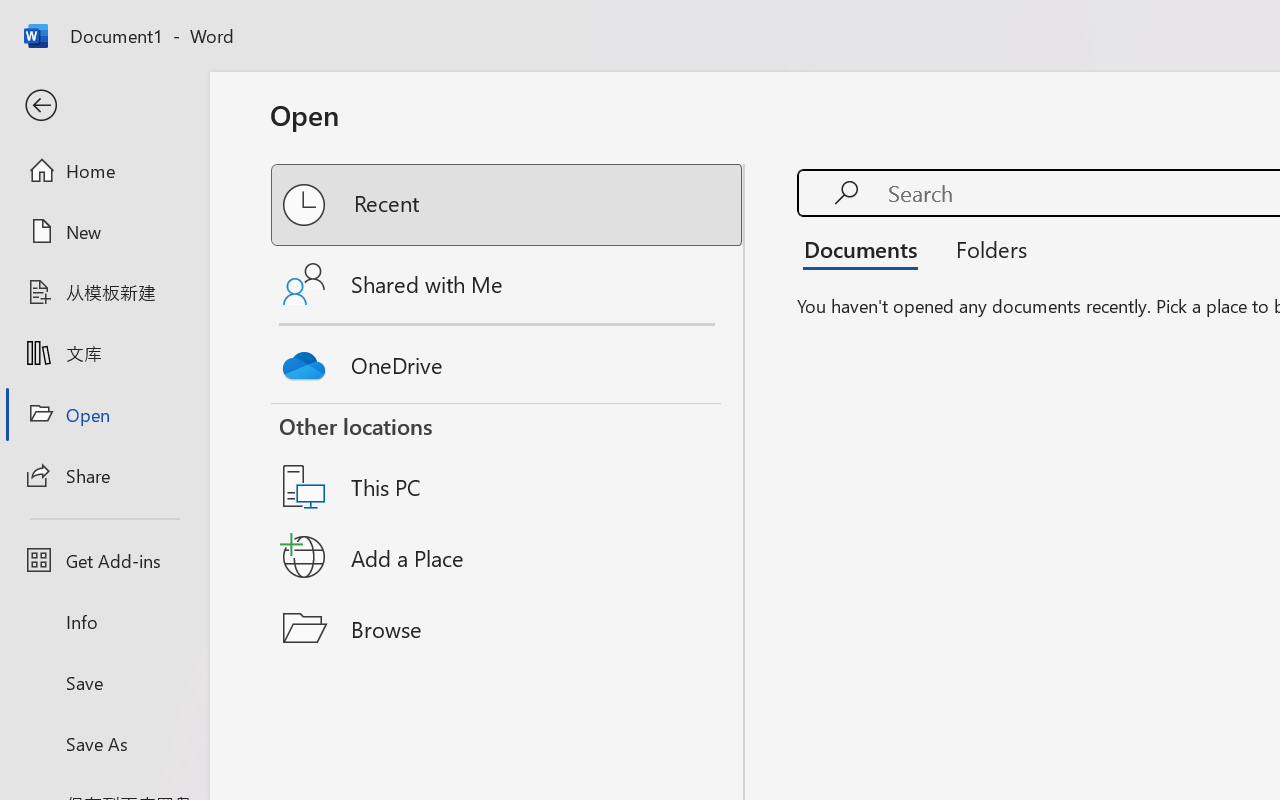 The image size is (1280, 800). Describe the element at coordinates (508, 360) in the screenshot. I see `'OneDrive'` at that location.